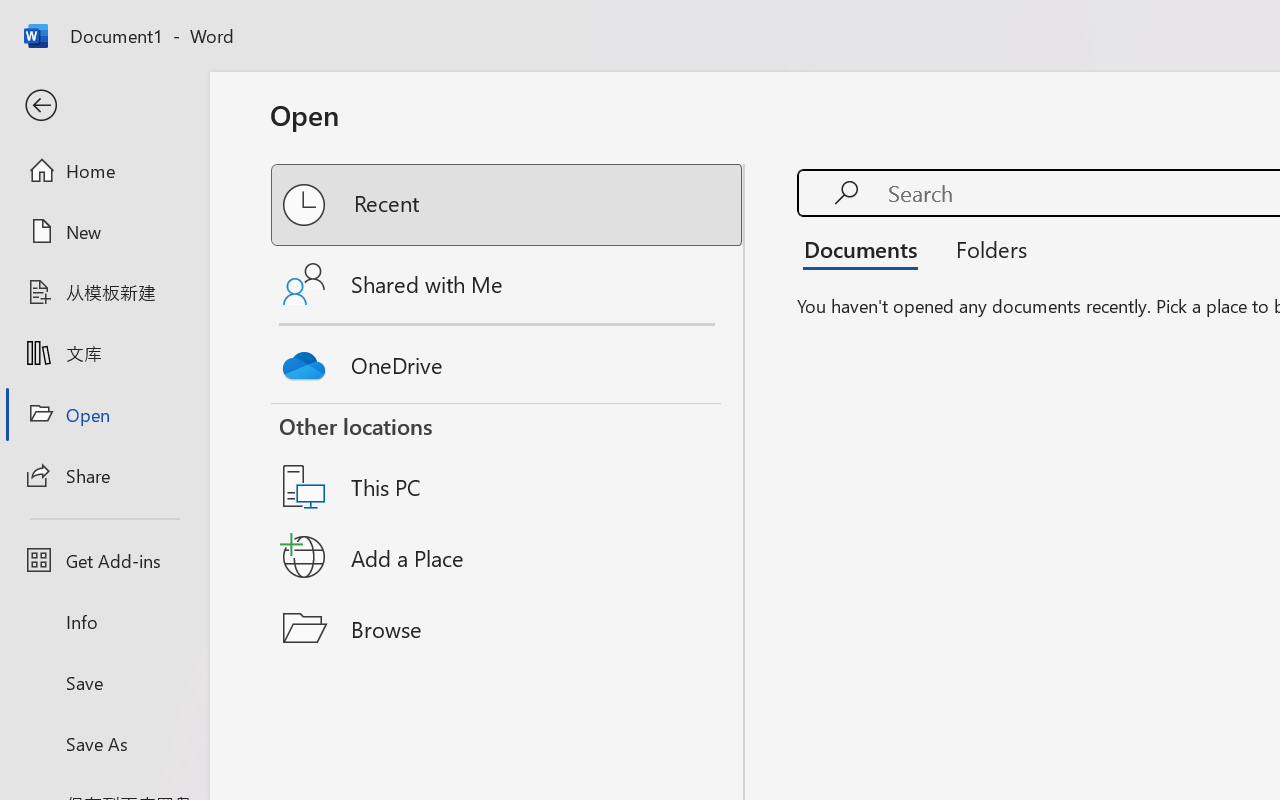 The image size is (1280, 800). Describe the element at coordinates (508, 360) in the screenshot. I see `'OneDrive'` at that location.